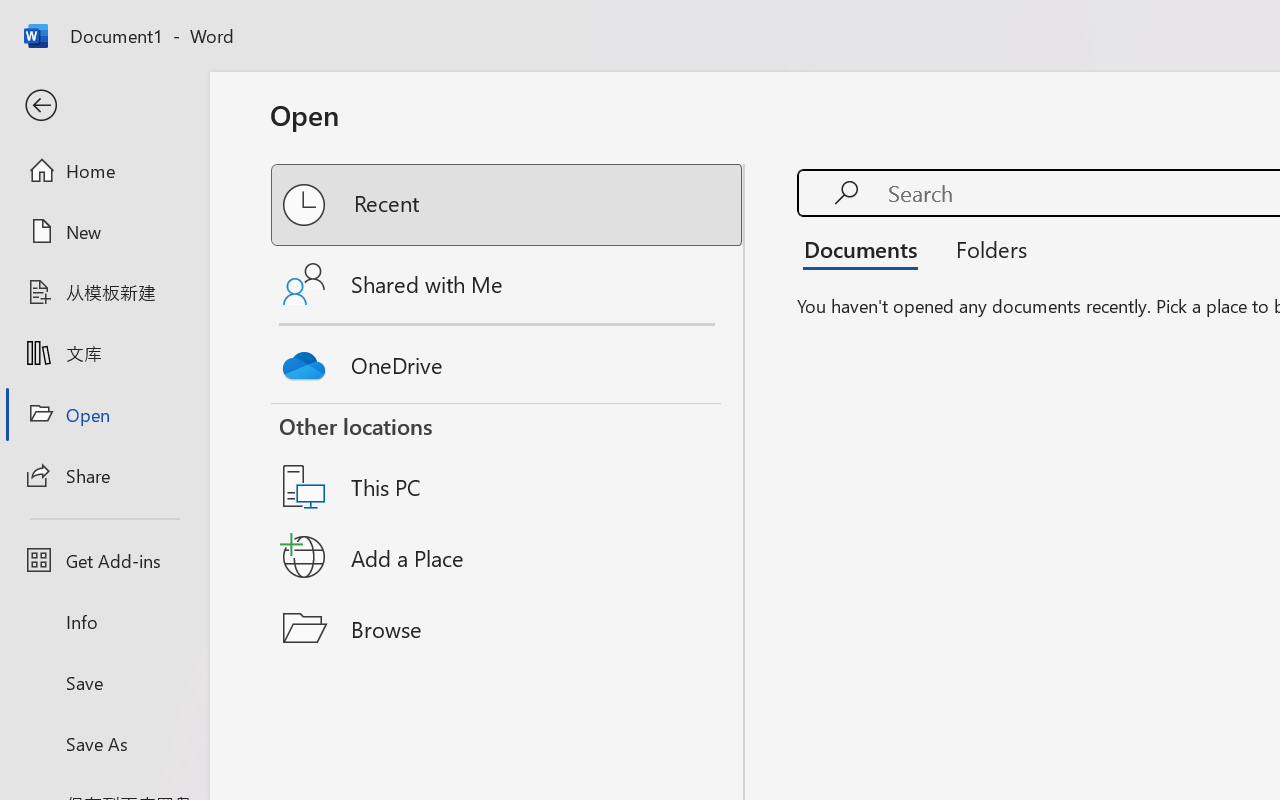 The image size is (1280, 800). Describe the element at coordinates (508, 360) in the screenshot. I see `'OneDrive'` at that location.